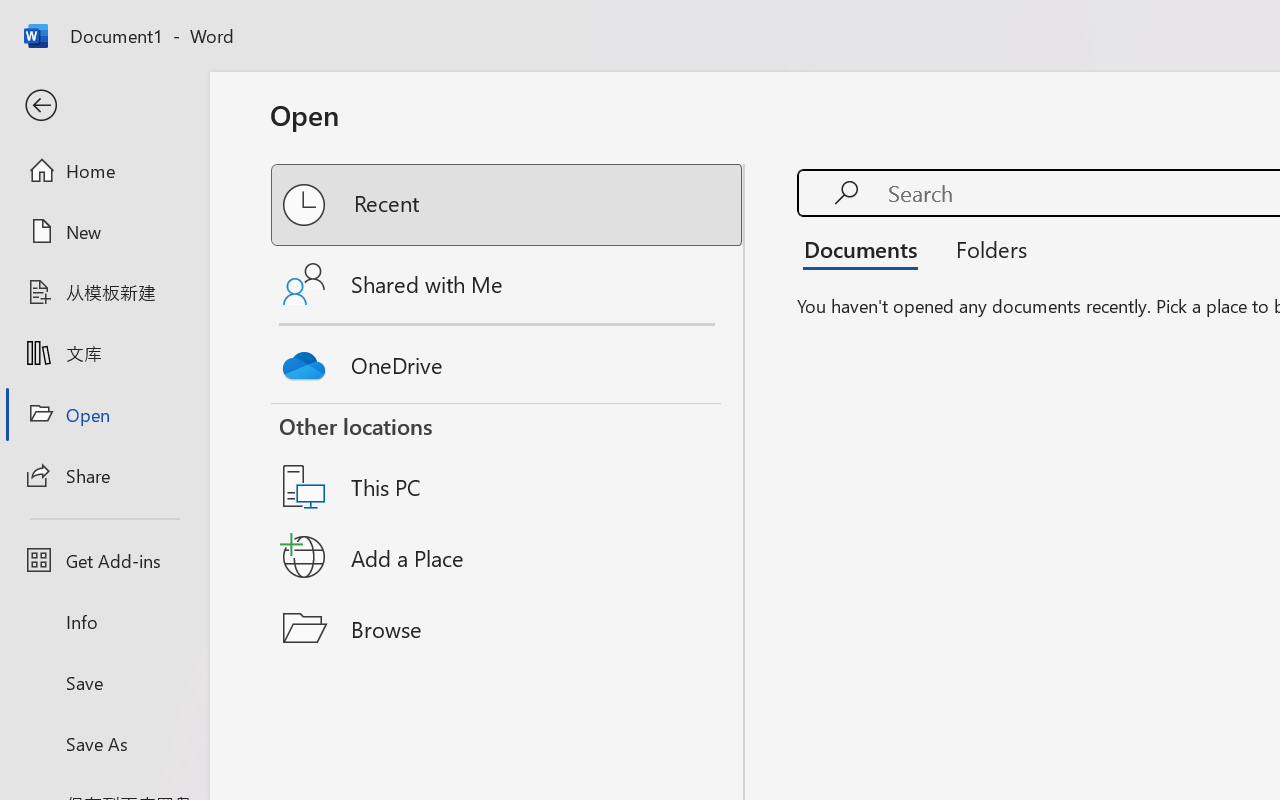 The image size is (1280, 800). Describe the element at coordinates (508, 360) in the screenshot. I see `'OneDrive'` at that location.